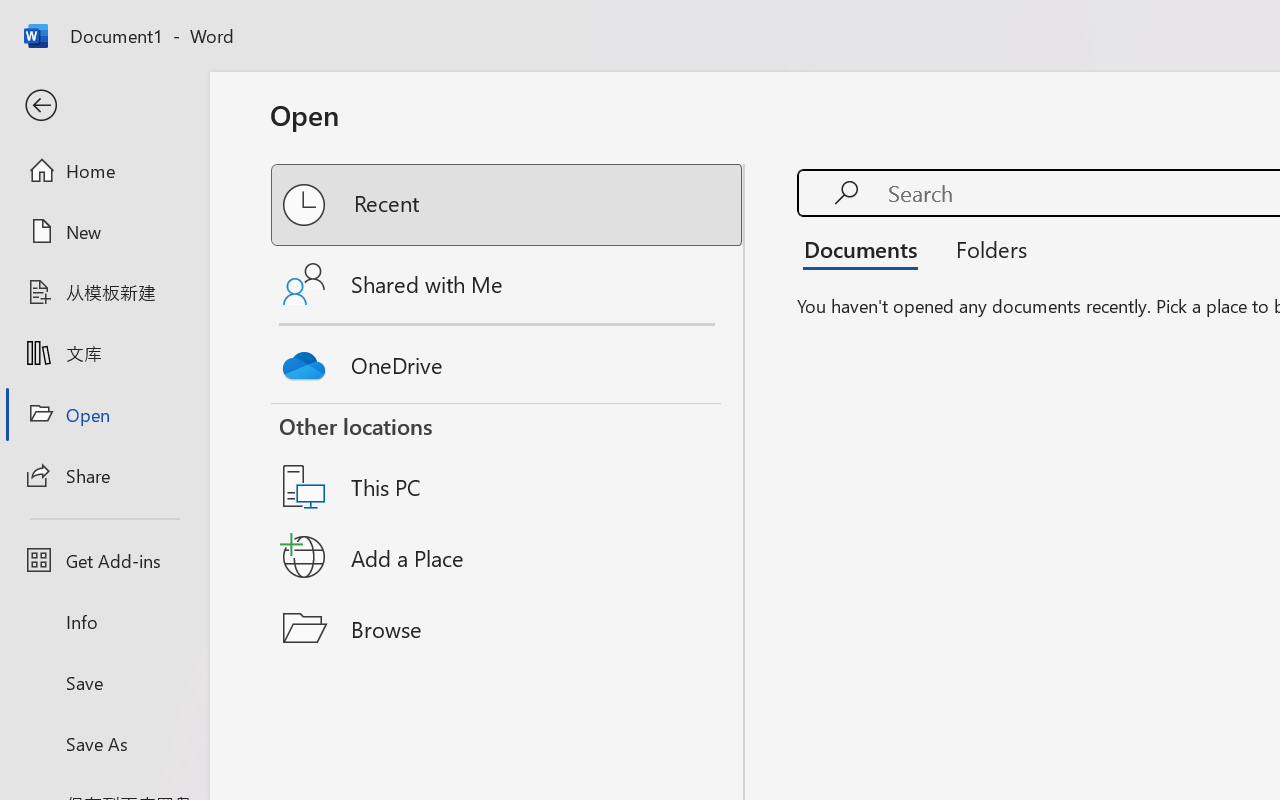 The image size is (1280, 800). Describe the element at coordinates (508, 360) in the screenshot. I see `'OneDrive'` at that location.